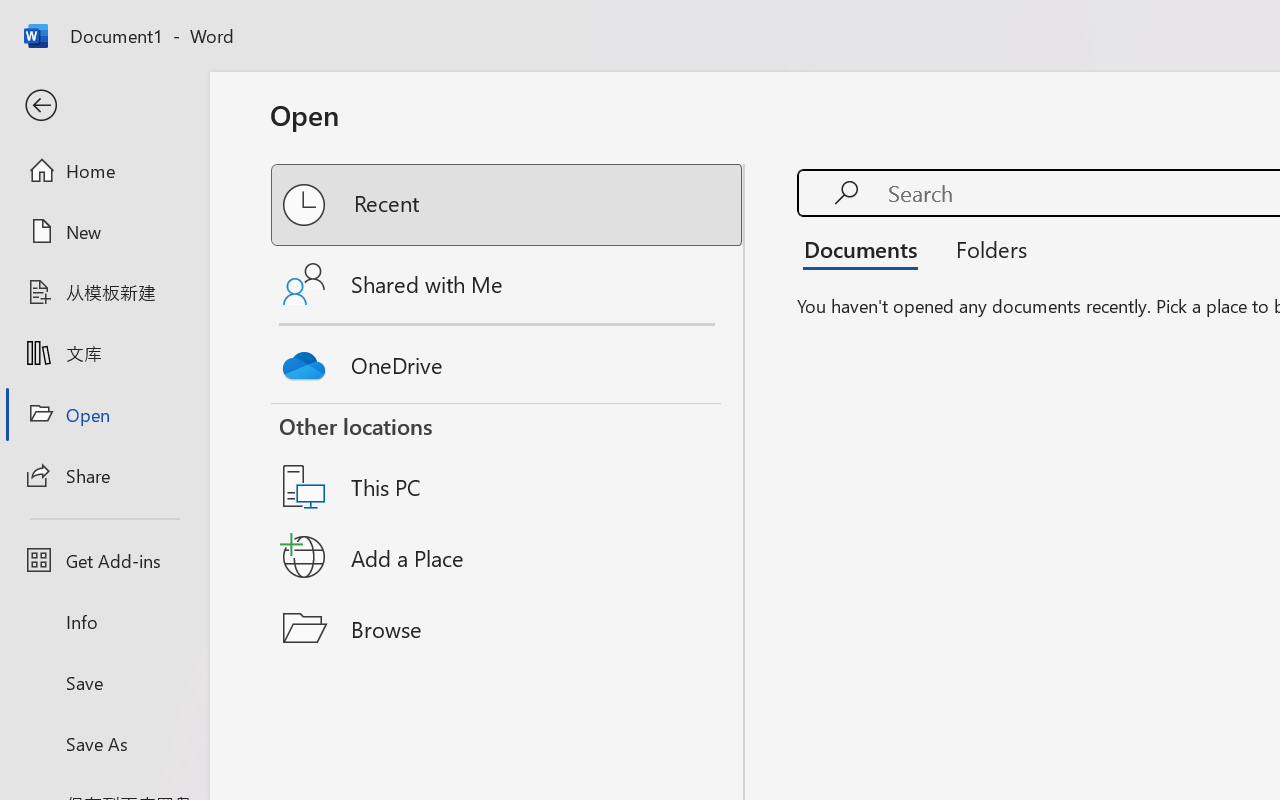 The image size is (1280, 800). Describe the element at coordinates (508, 360) in the screenshot. I see `'OneDrive'` at that location.